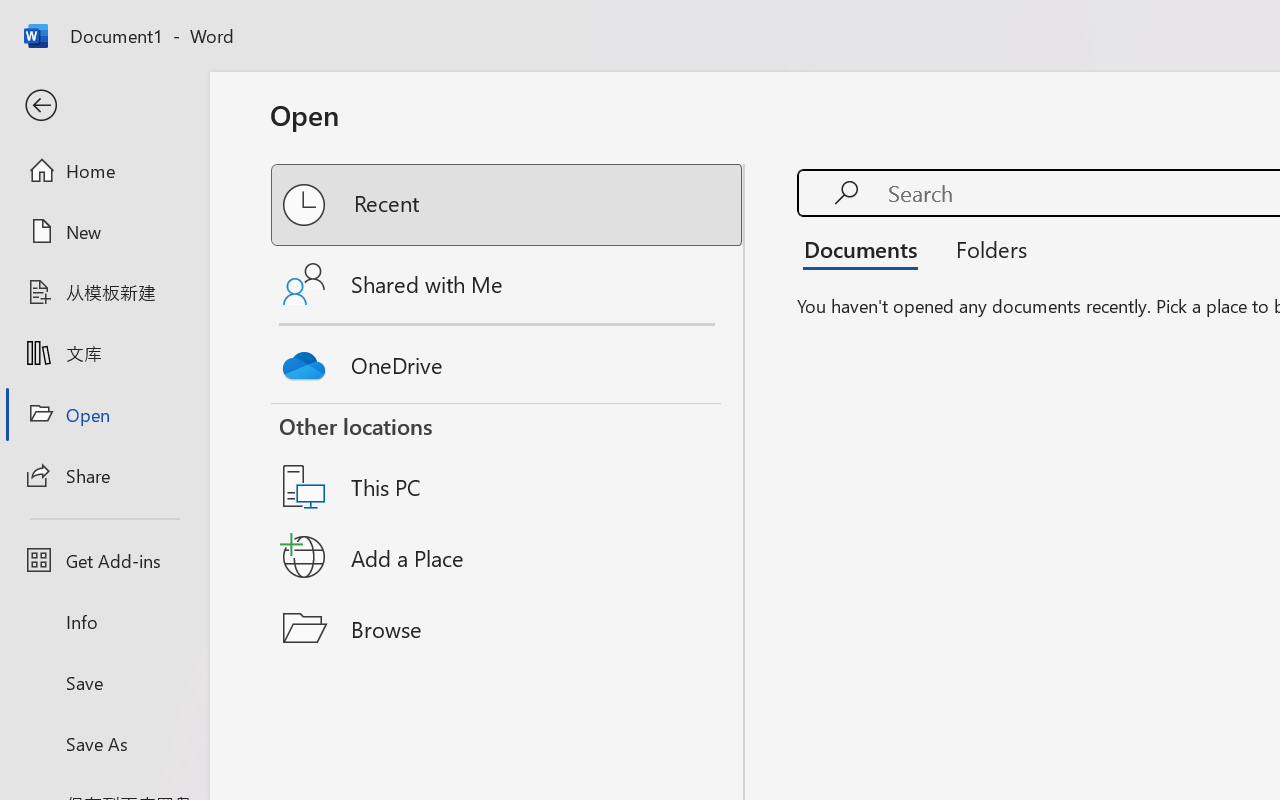 The image size is (1280, 800). Describe the element at coordinates (508, 360) in the screenshot. I see `'OneDrive'` at that location.